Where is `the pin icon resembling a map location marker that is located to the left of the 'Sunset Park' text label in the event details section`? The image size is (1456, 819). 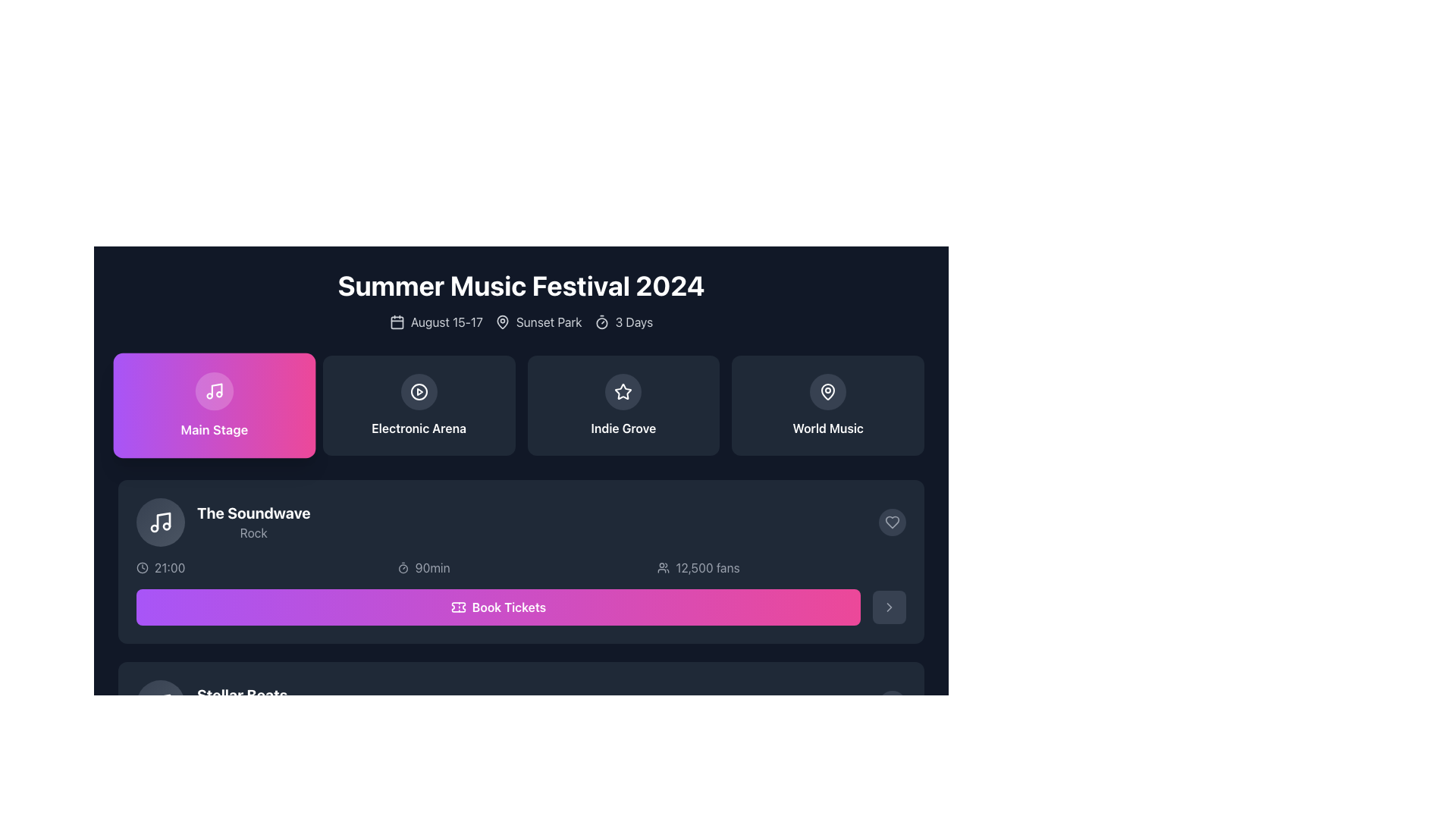
the pin icon resembling a map location marker that is located to the left of the 'Sunset Park' text label in the event details section is located at coordinates (502, 321).